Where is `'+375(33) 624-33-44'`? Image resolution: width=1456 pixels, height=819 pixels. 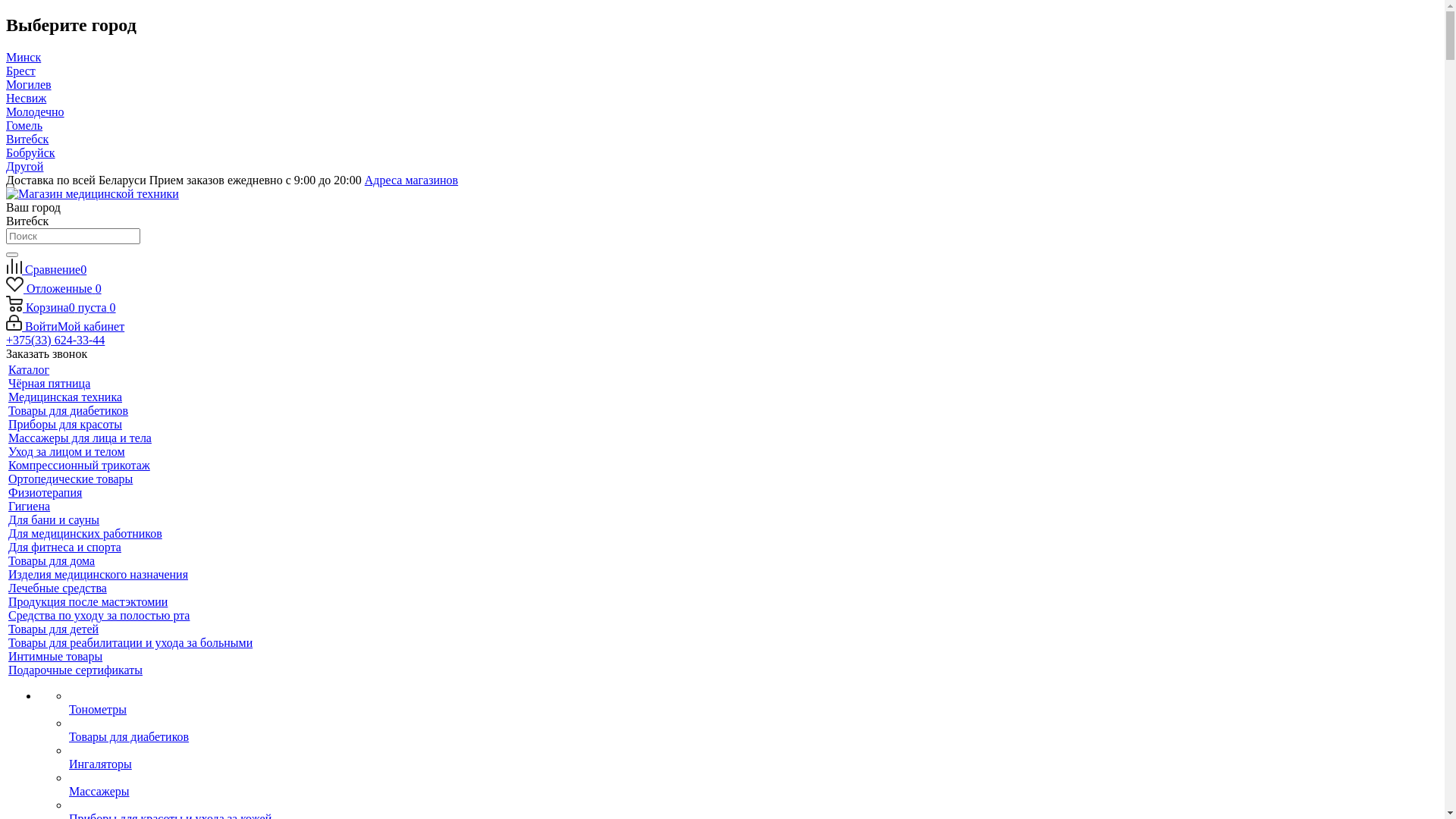 '+375(33) 624-33-44' is located at coordinates (55, 339).